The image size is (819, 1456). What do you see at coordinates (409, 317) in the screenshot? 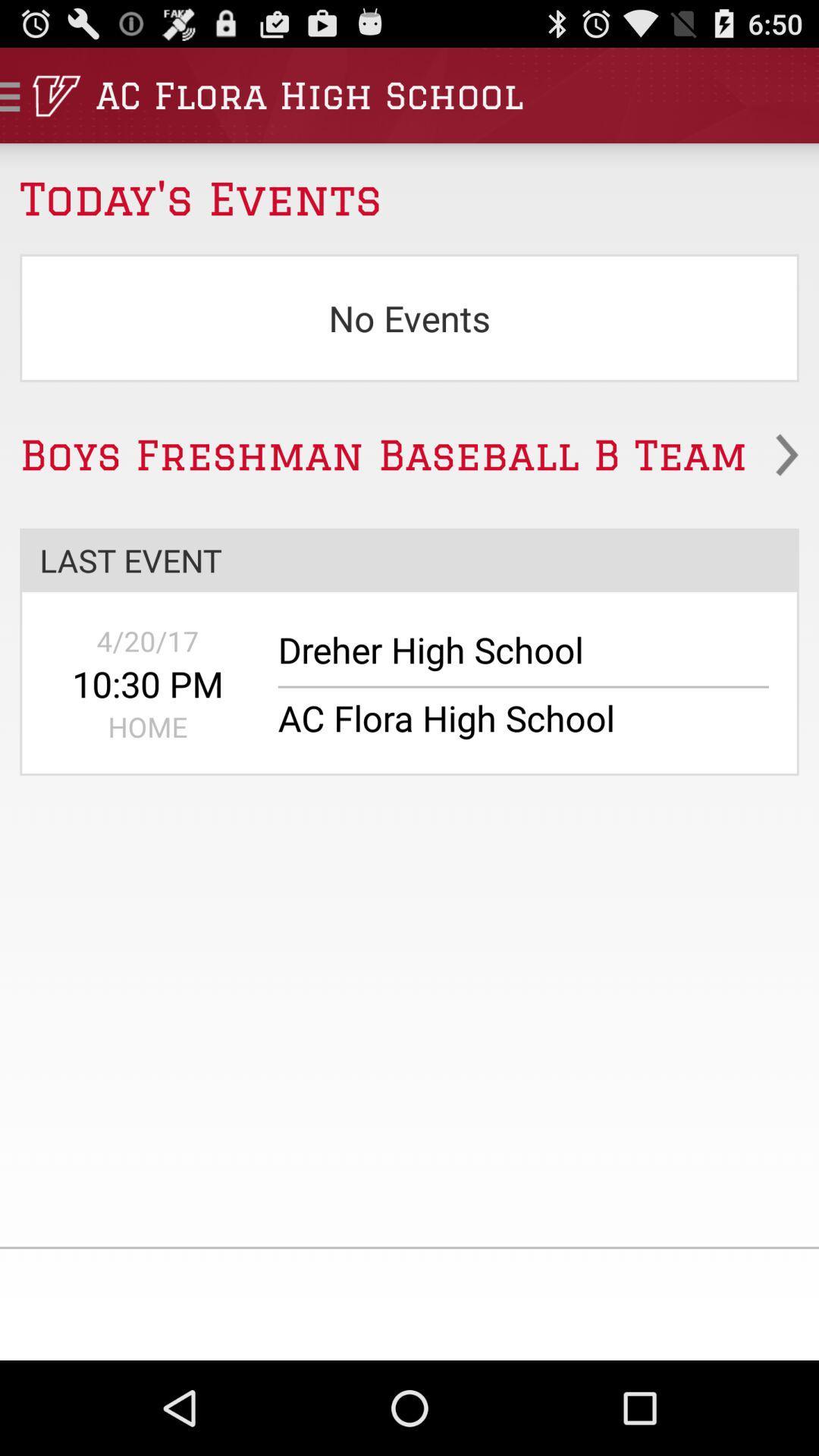
I see `the icon above the boys freshman baseball app` at bounding box center [409, 317].